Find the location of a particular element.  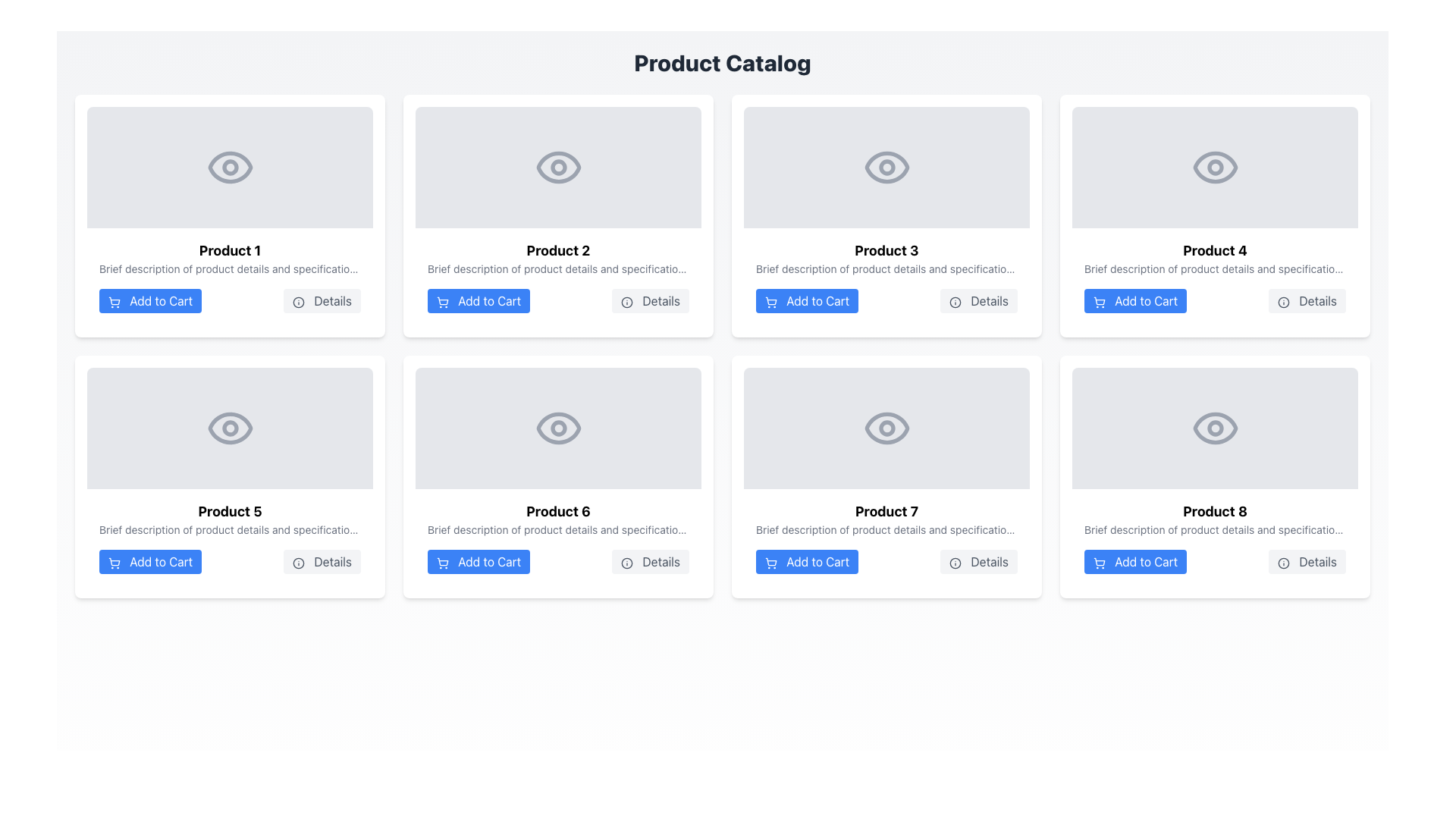

the Text Label that provides a brief summary about the product, located beneath the title 'Product 1' in the highlighted product card is located at coordinates (229, 268).